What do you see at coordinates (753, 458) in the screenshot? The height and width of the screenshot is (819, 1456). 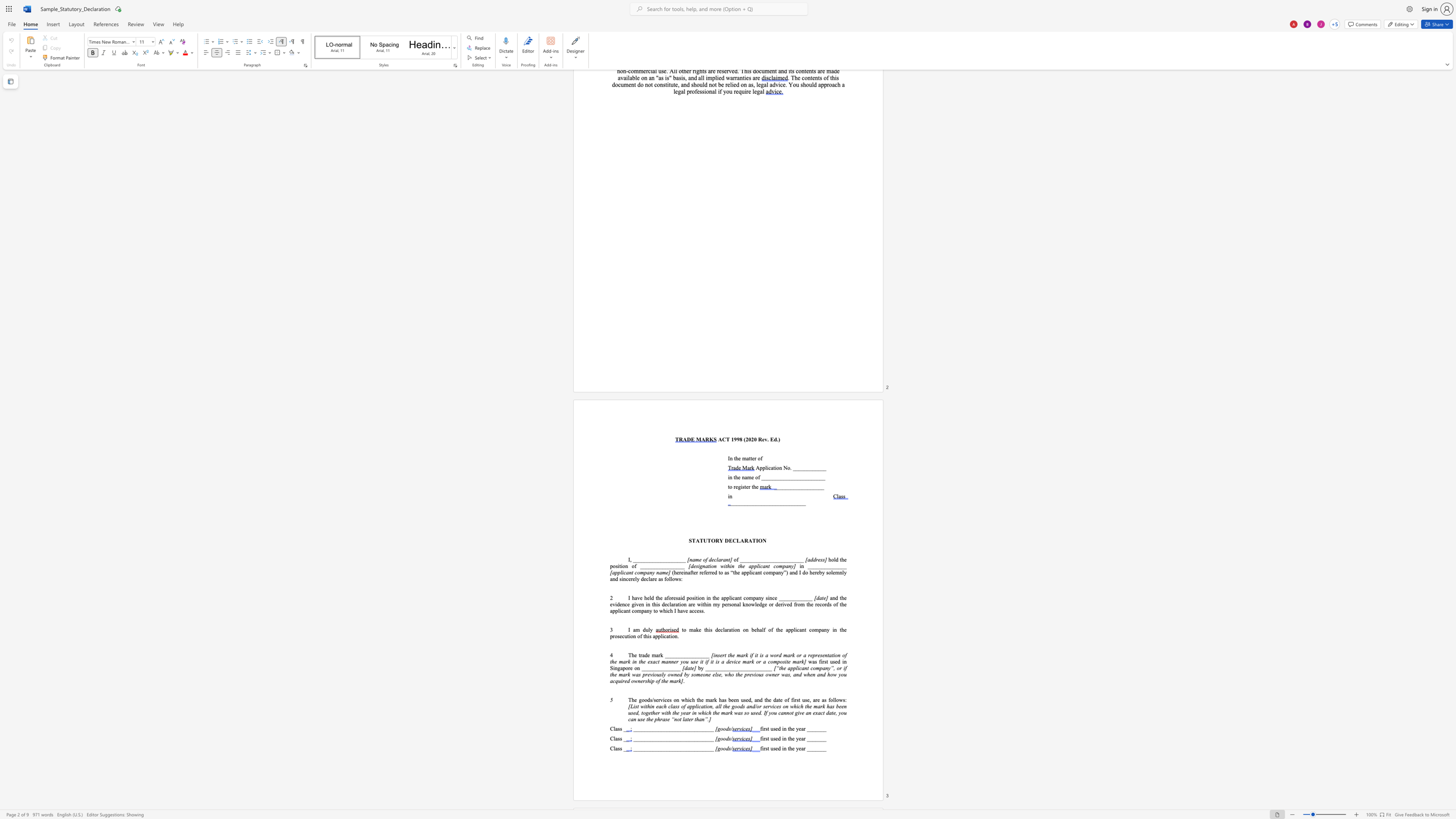 I see `the 2th character "e" in the text` at bounding box center [753, 458].